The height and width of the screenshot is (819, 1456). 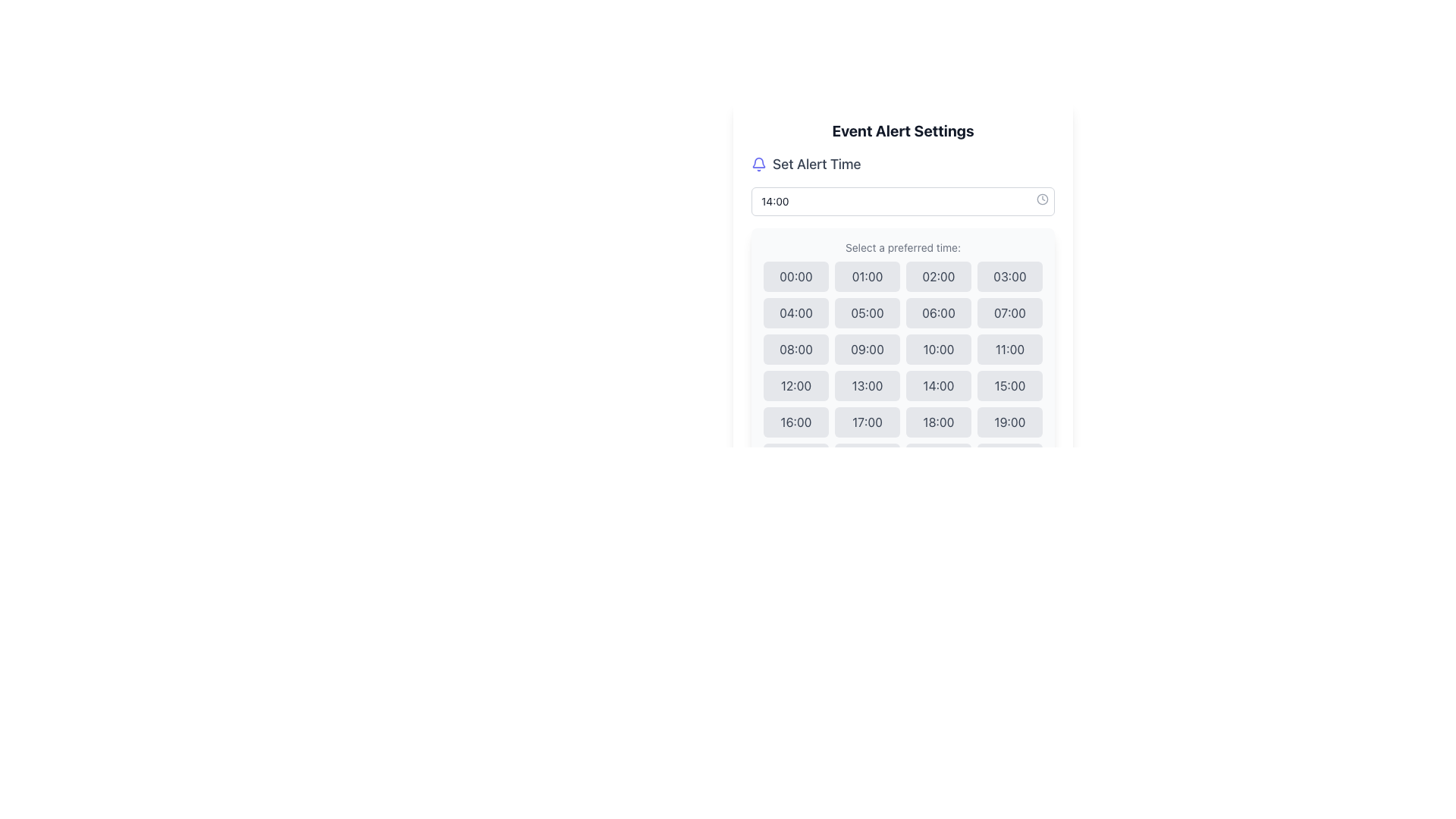 I want to click on the rectangular button labeled '03:00' located in the first row, fourth column of a grid layout, so click(x=1009, y=277).